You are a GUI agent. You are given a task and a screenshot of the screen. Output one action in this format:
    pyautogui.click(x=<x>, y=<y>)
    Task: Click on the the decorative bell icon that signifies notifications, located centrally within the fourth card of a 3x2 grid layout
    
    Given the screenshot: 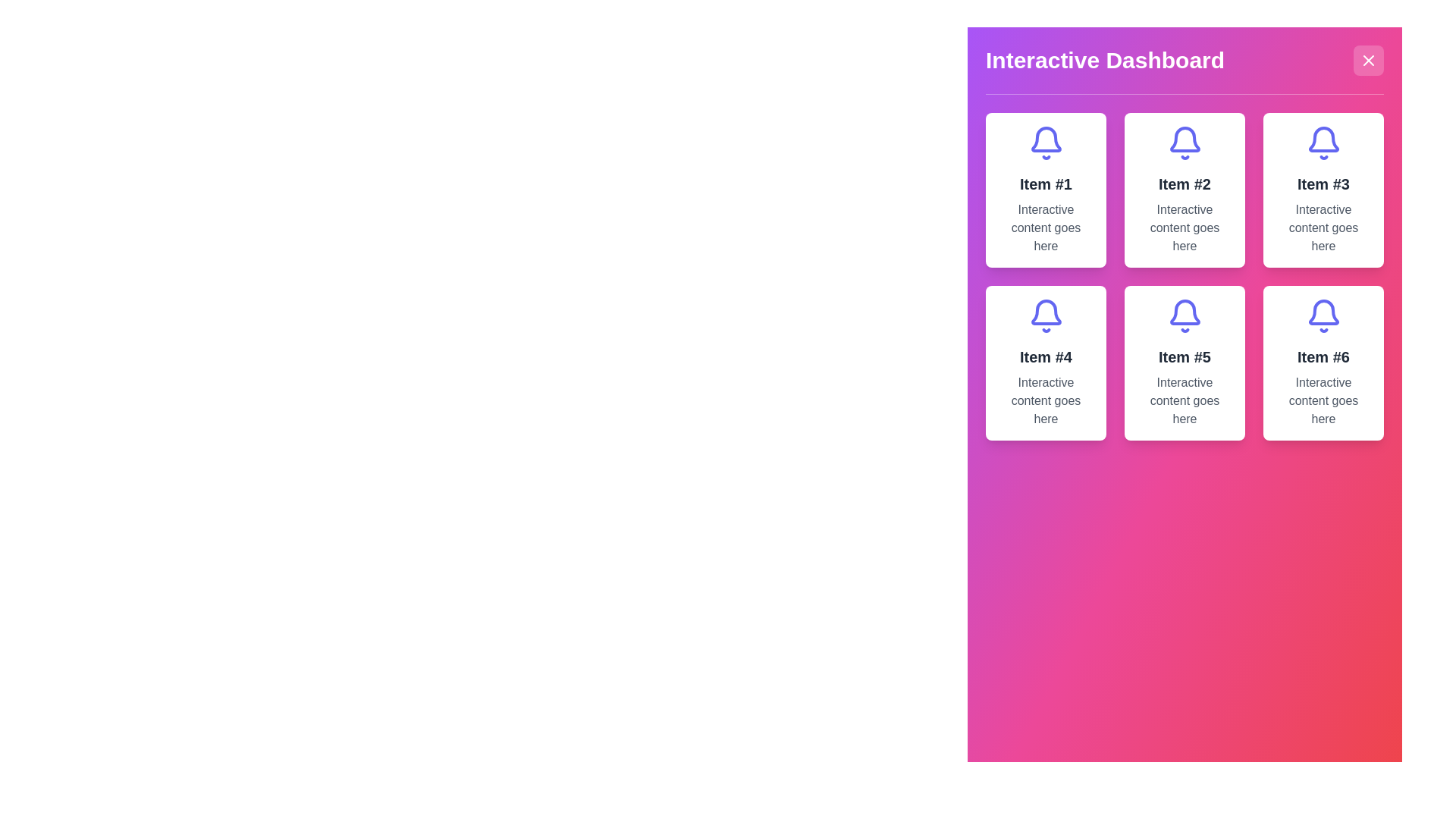 What is the action you would take?
    pyautogui.click(x=1045, y=312)
    